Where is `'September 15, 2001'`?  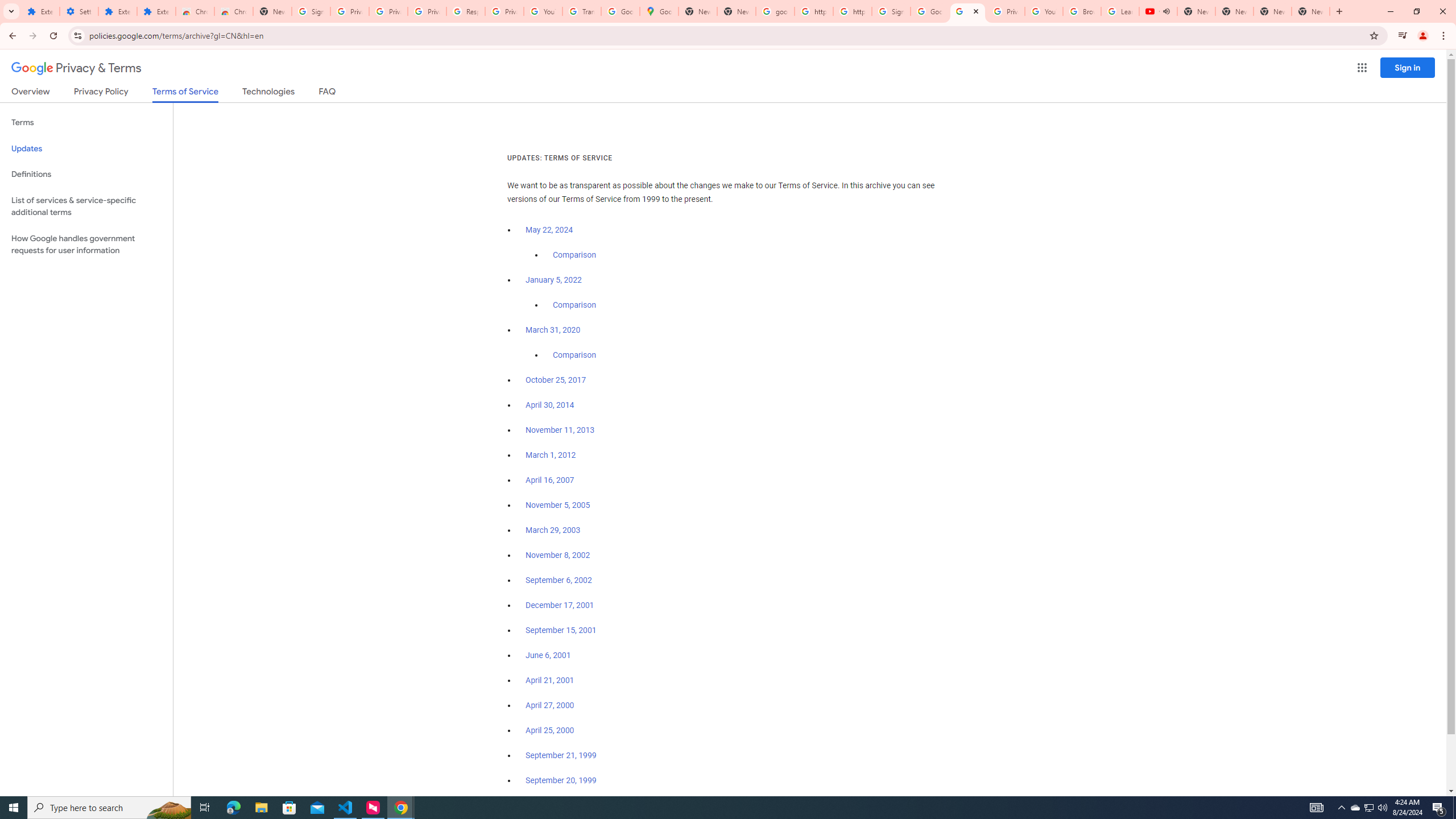 'September 15, 2001' is located at coordinates (561, 630).